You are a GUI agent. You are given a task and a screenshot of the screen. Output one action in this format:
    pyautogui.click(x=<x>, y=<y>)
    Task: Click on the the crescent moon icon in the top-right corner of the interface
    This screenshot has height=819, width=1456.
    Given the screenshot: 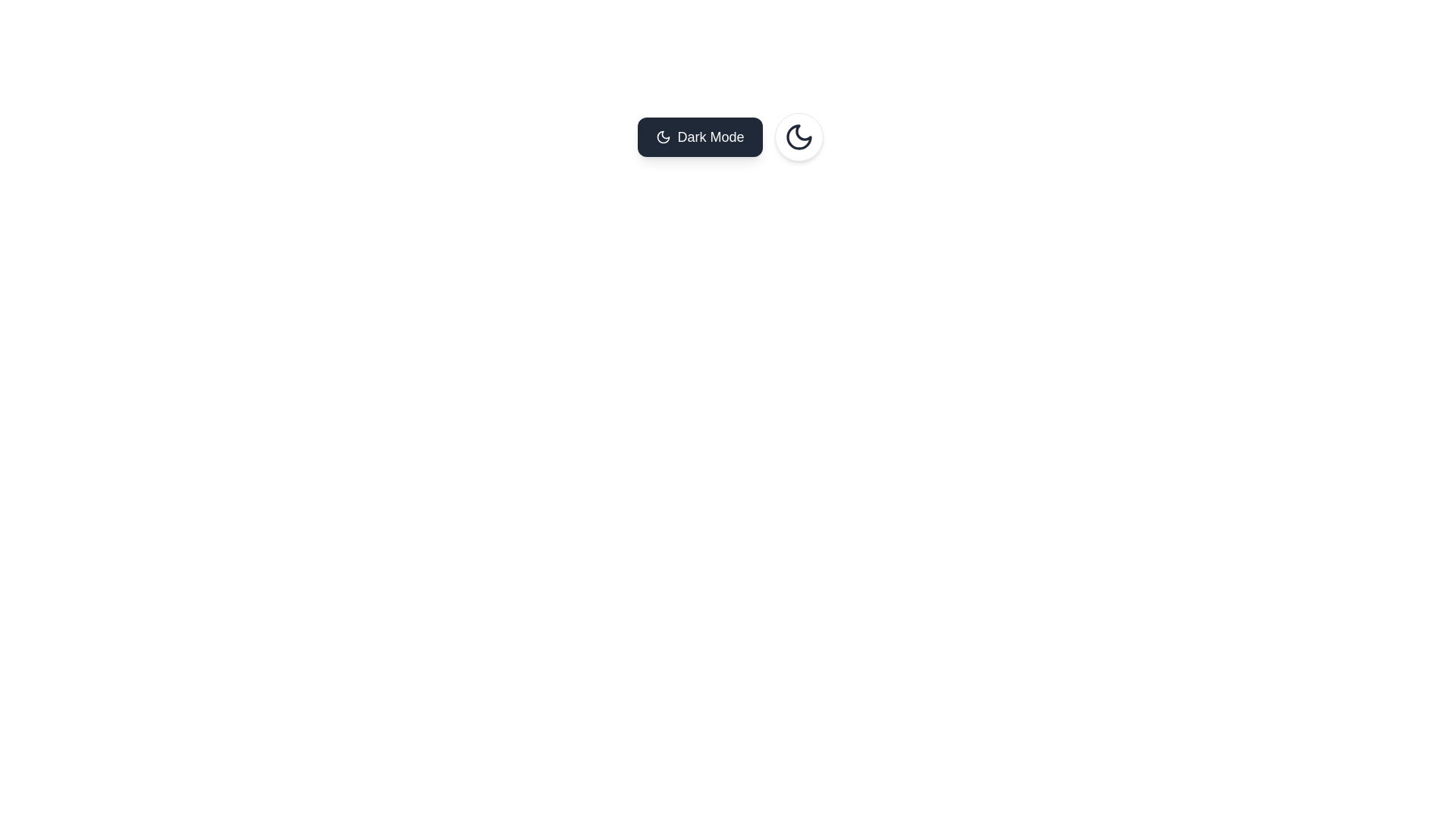 What is the action you would take?
    pyautogui.click(x=798, y=137)
    